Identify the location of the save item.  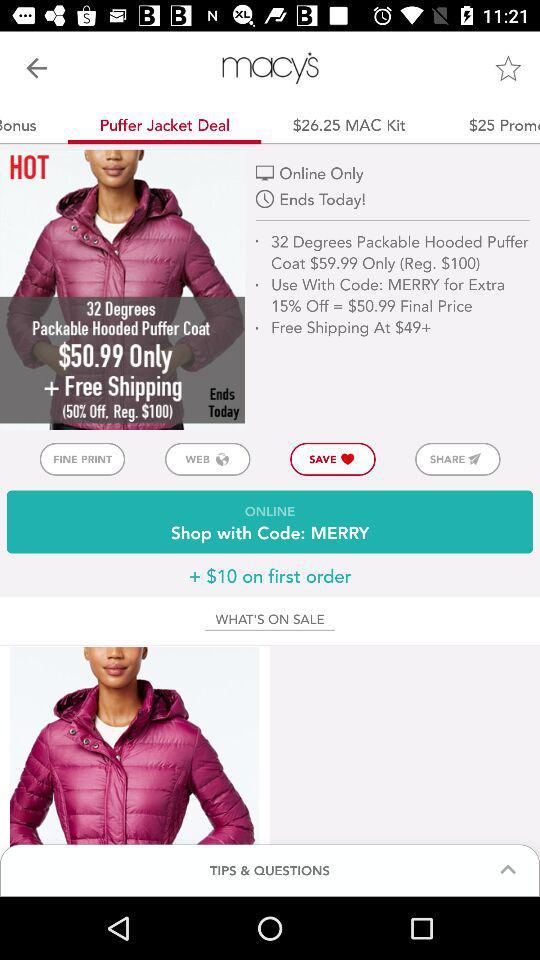
(333, 459).